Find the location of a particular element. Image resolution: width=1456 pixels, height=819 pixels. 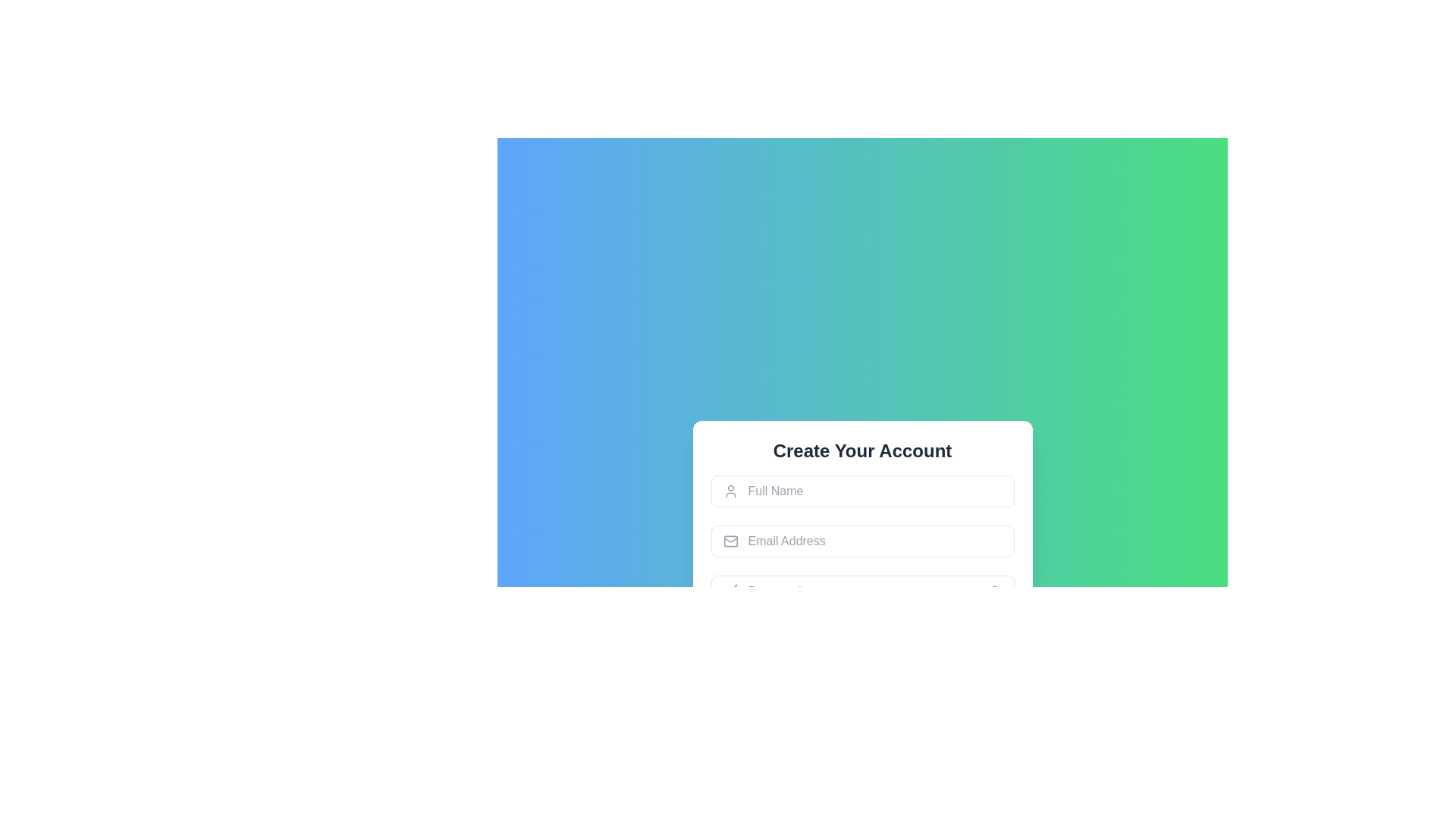

the user account icon located on the left side of the 'Full Name' input field in the user registration form is located at coordinates (730, 491).